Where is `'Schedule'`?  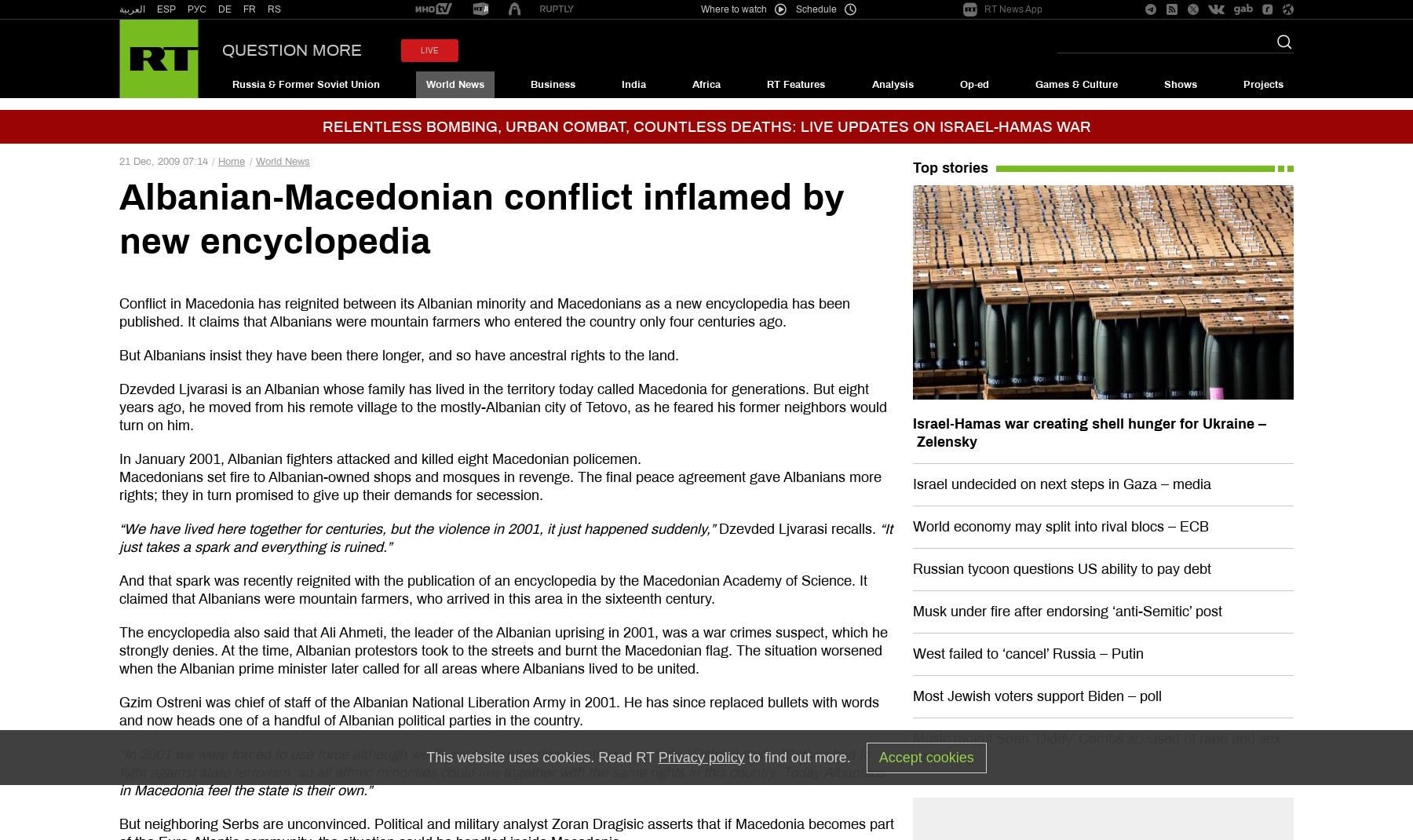
'Schedule' is located at coordinates (815, 8).